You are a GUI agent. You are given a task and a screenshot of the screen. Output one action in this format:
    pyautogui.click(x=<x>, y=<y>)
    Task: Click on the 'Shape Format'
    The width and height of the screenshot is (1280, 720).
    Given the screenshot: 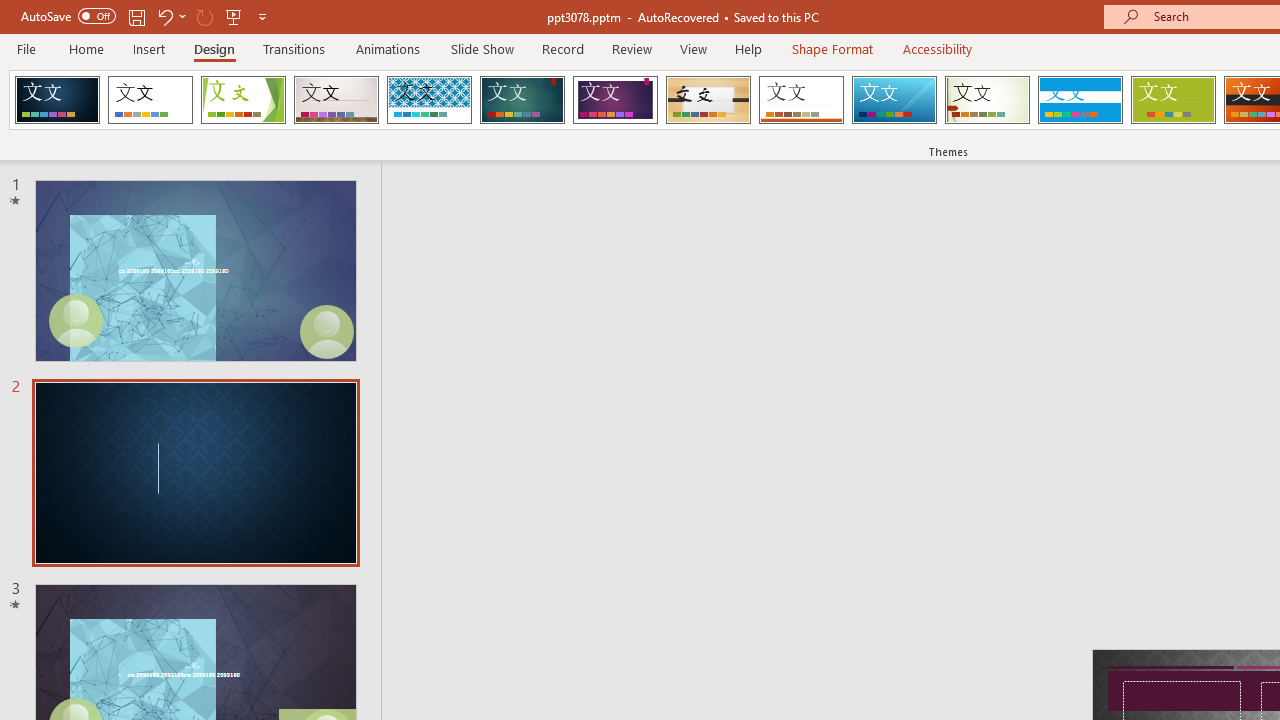 What is the action you would take?
    pyautogui.click(x=832, y=48)
    